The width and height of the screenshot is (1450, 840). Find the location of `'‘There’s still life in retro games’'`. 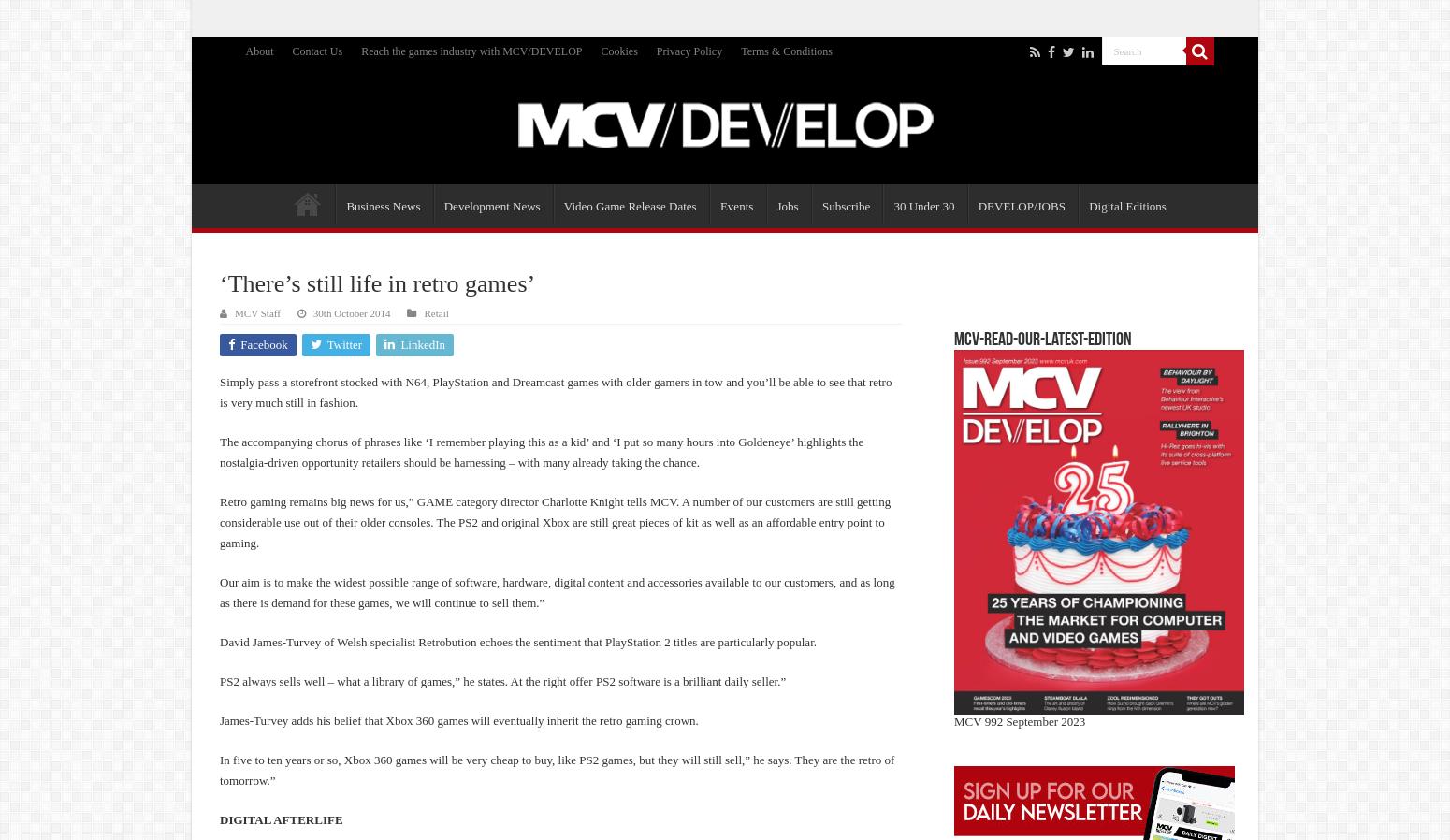

'‘There’s still life in retro games’' is located at coordinates (377, 283).